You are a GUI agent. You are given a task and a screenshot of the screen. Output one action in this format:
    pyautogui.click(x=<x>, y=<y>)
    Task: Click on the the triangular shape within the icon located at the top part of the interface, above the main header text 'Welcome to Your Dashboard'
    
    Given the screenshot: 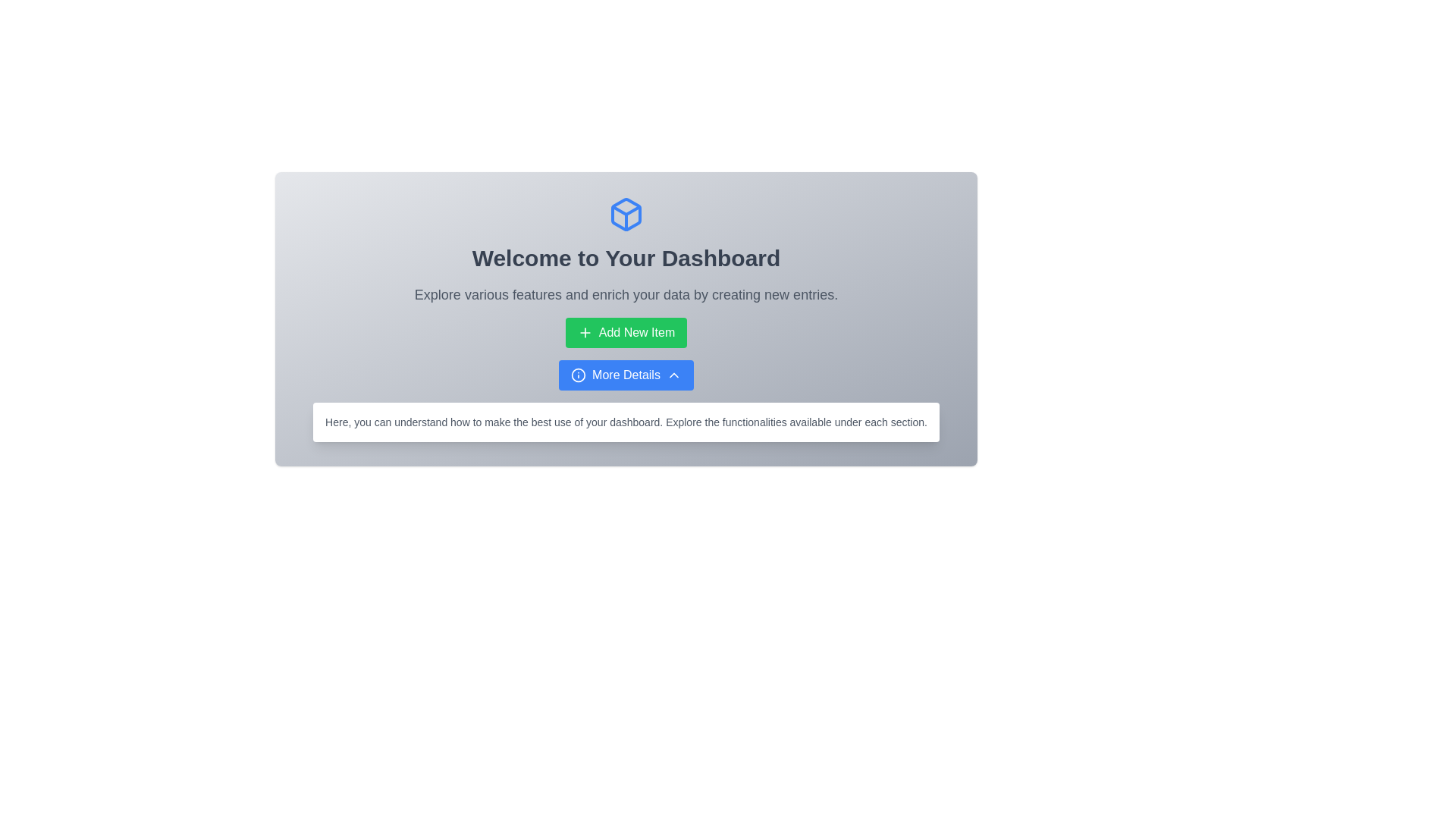 What is the action you would take?
    pyautogui.click(x=626, y=210)
    